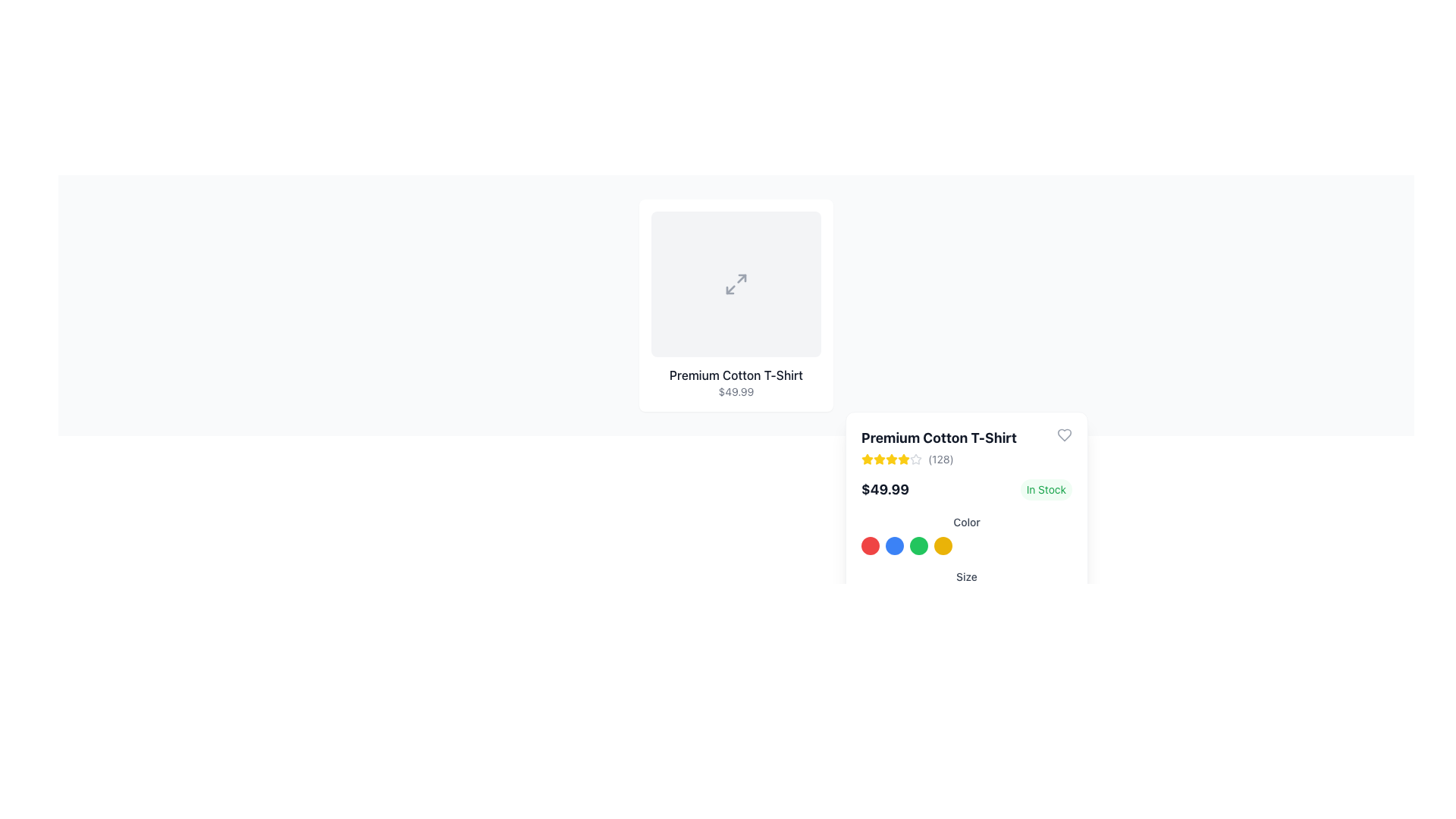  I want to click on the static text label displaying the price "$49.99" located directly below the product title "Premium Cotton T-Shirt" in the product preview card, so click(736, 391).